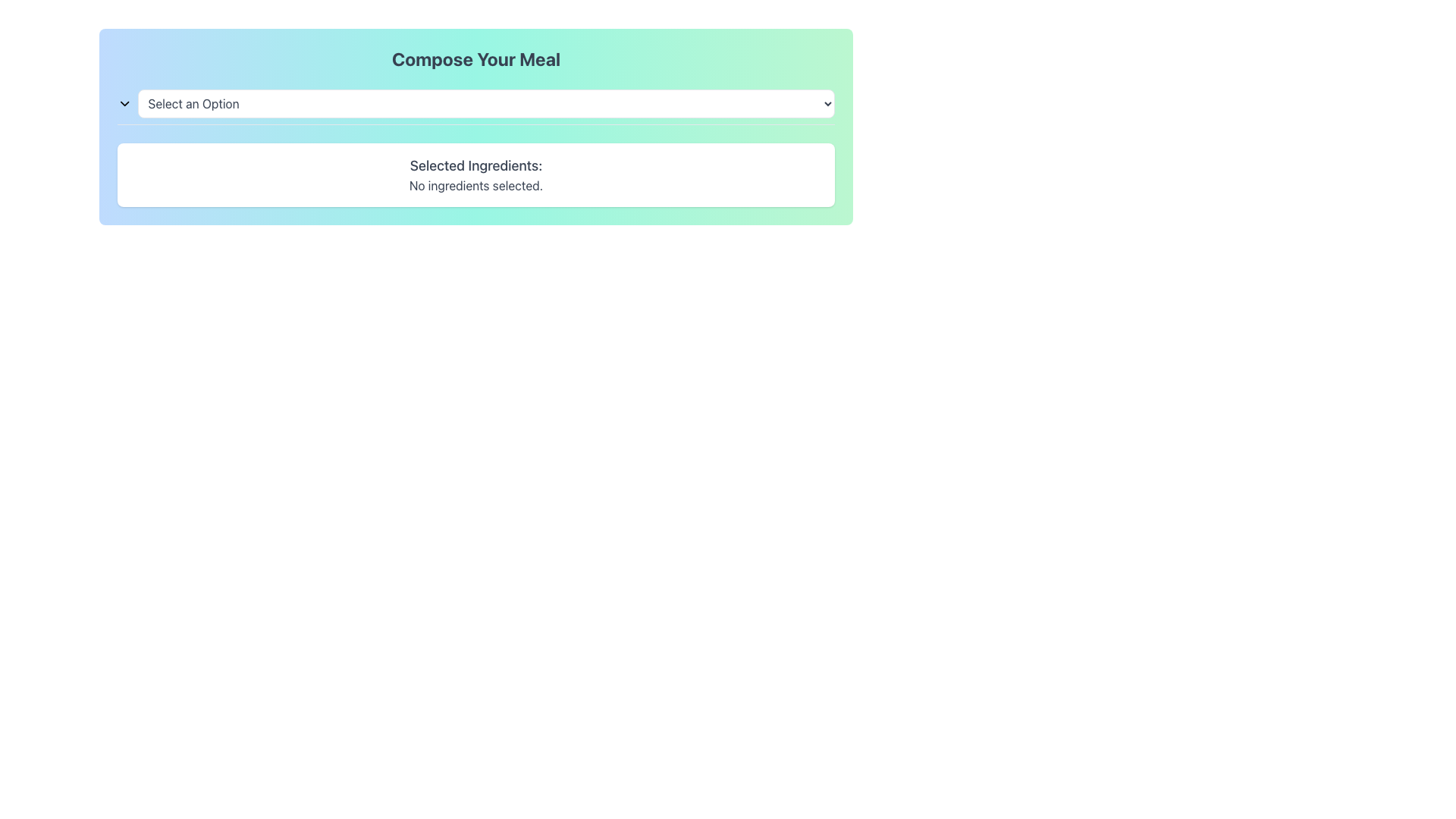  Describe the element at coordinates (475, 185) in the screenshot. I see `the text label that says 'No ingredients selected.' which is located in a white box with rounded corners, centered in the interface` at that location.